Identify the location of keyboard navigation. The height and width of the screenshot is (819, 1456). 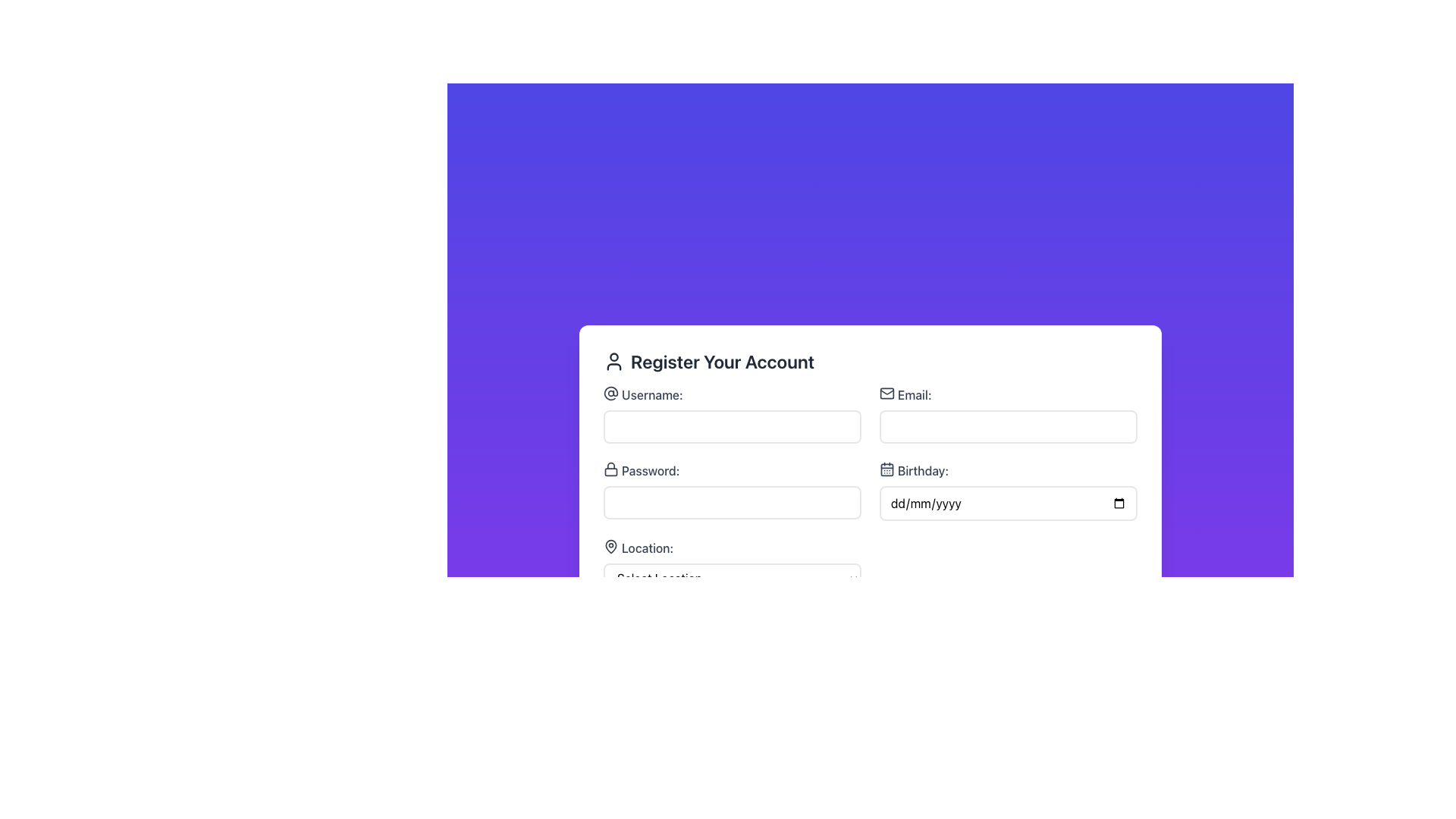
(1008, 503).